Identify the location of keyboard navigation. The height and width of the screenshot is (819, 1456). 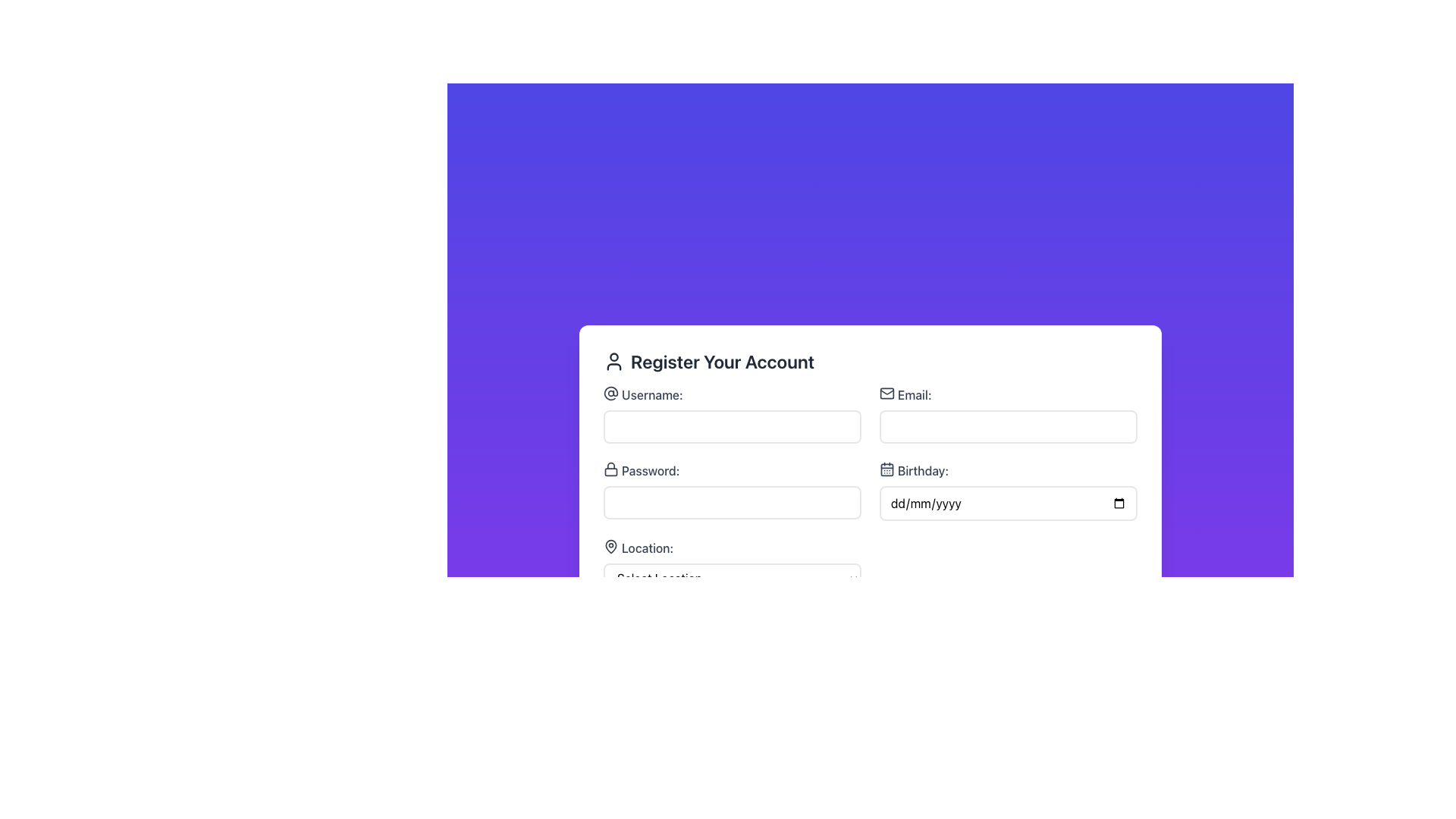
(1008, 503).